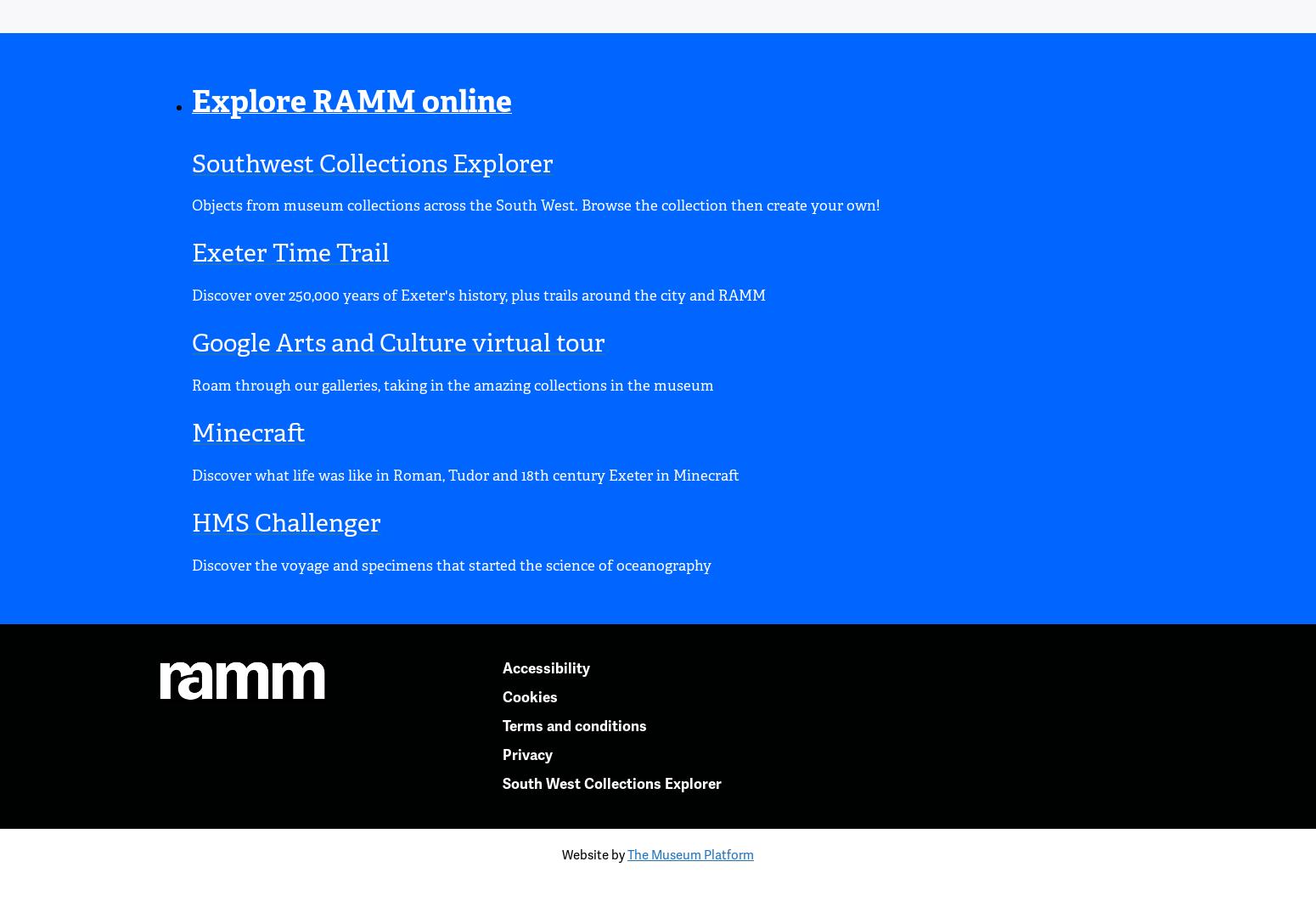 Image resolution: width=1316 pixels, height=901 pixels. I want to click on 'Objects from museum collections across the South West. Browse the collection then create your own!', so click(535, 205).